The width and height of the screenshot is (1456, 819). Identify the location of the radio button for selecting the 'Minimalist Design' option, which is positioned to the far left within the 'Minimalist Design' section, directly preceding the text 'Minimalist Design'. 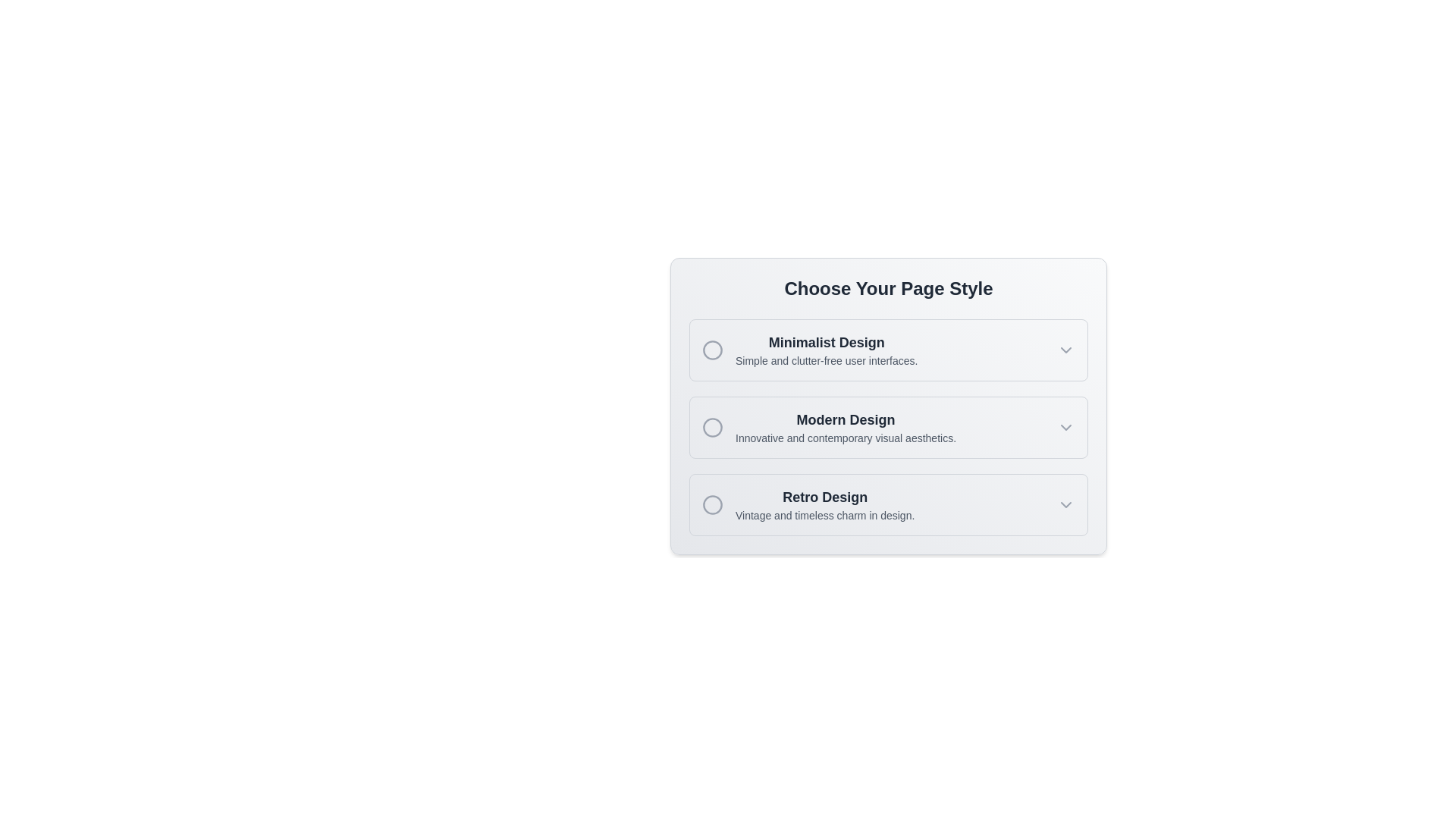
(712, 350).